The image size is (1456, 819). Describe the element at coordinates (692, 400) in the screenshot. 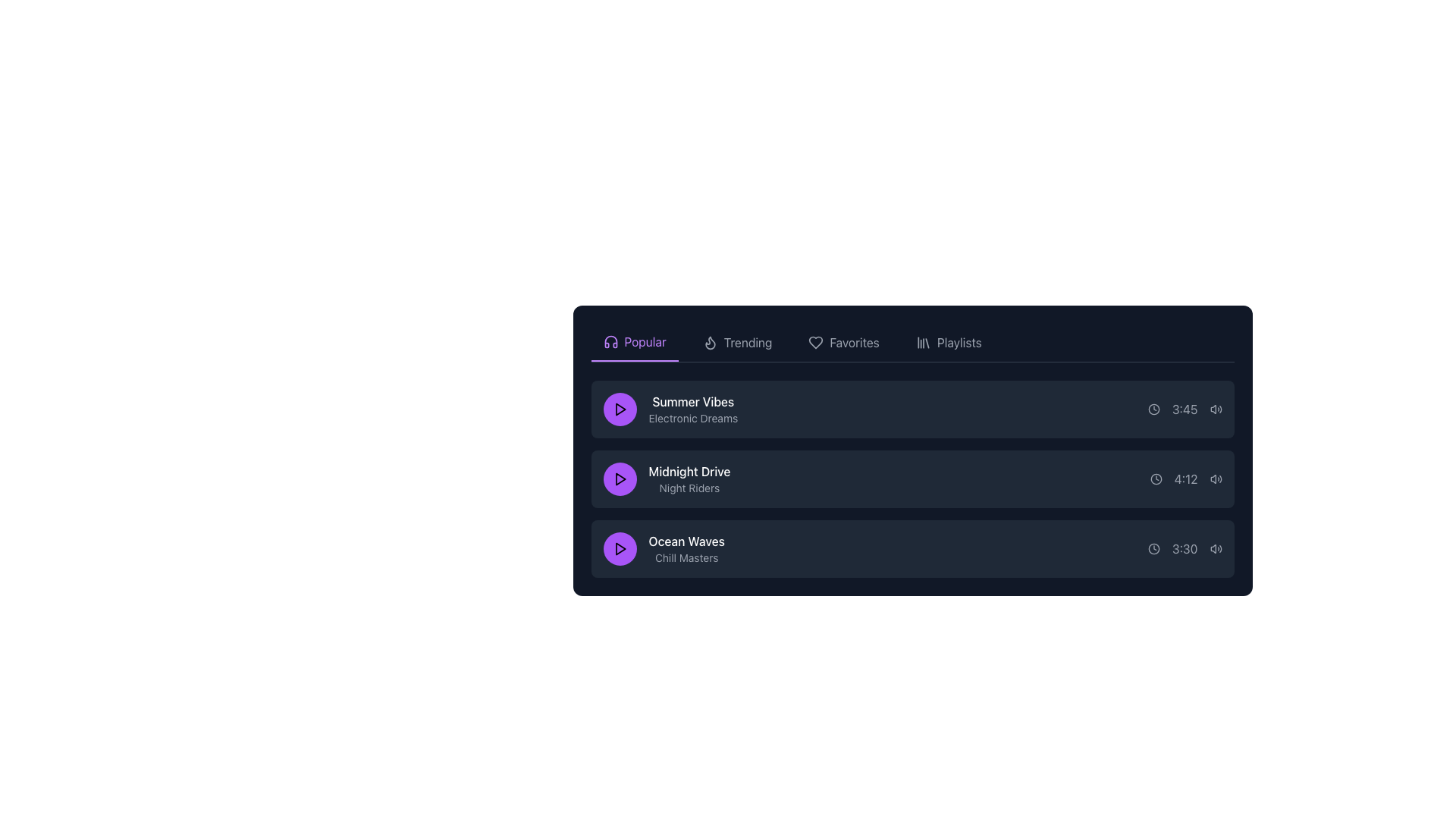

I see `the text label displaying the title of the playlist item, which is located in the first list item of a vertically-aligned playlist, next to the round play button with a purple triangle` at that location.